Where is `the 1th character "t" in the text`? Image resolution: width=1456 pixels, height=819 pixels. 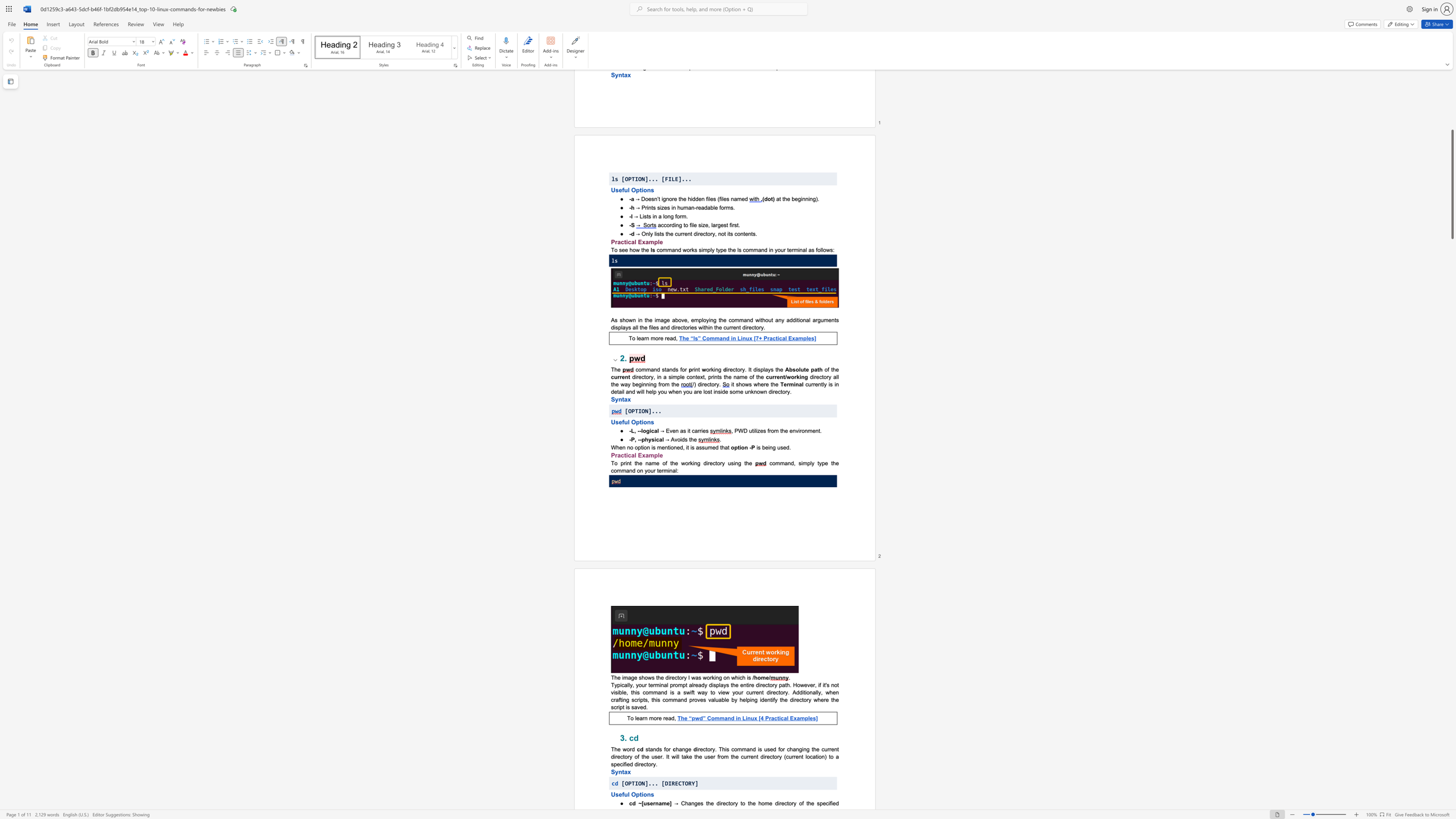
the 1th character "t" in the text is located at coordinates (640, 794).